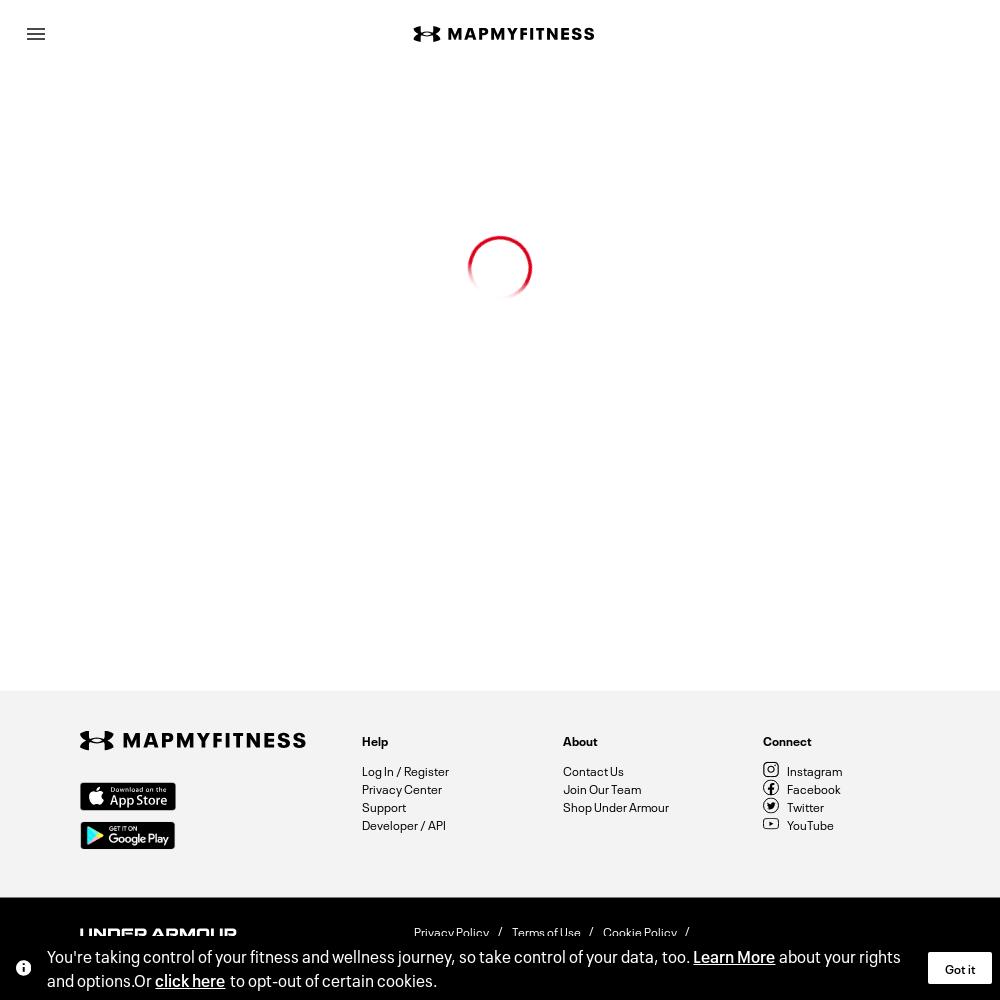 The height and width of the screenshot is (1000, 1000). I want to click on 'Privacy Center', so click(361, 787).